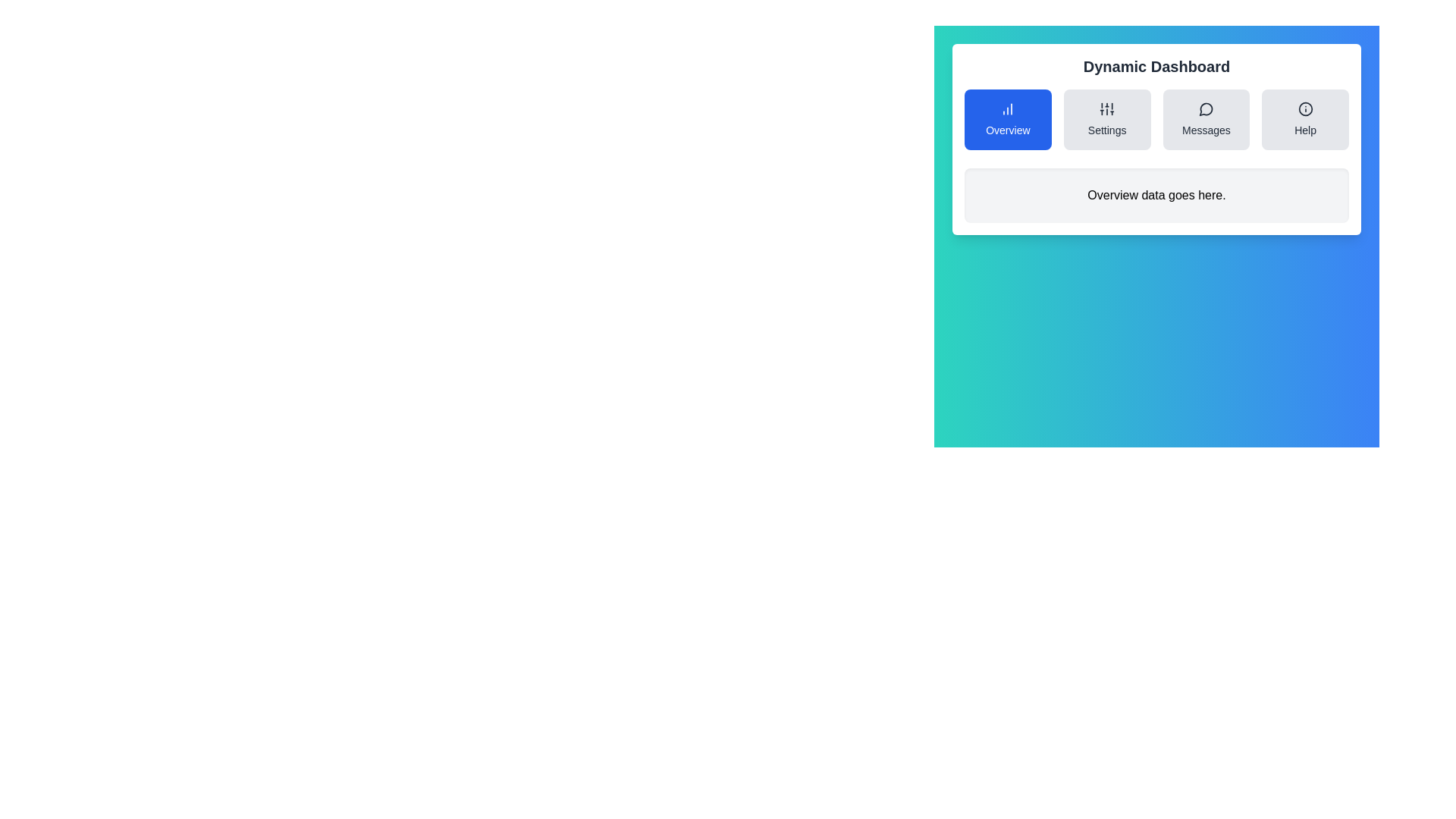  What do you see at coordinates (1106, 119) in the screenshot?
I see `the 'Settings' button, which is a rectangular button with rounded corners, light gray background, and an icon resembling sliders above the text 'Settings'` at bounding box center [1106, 119].